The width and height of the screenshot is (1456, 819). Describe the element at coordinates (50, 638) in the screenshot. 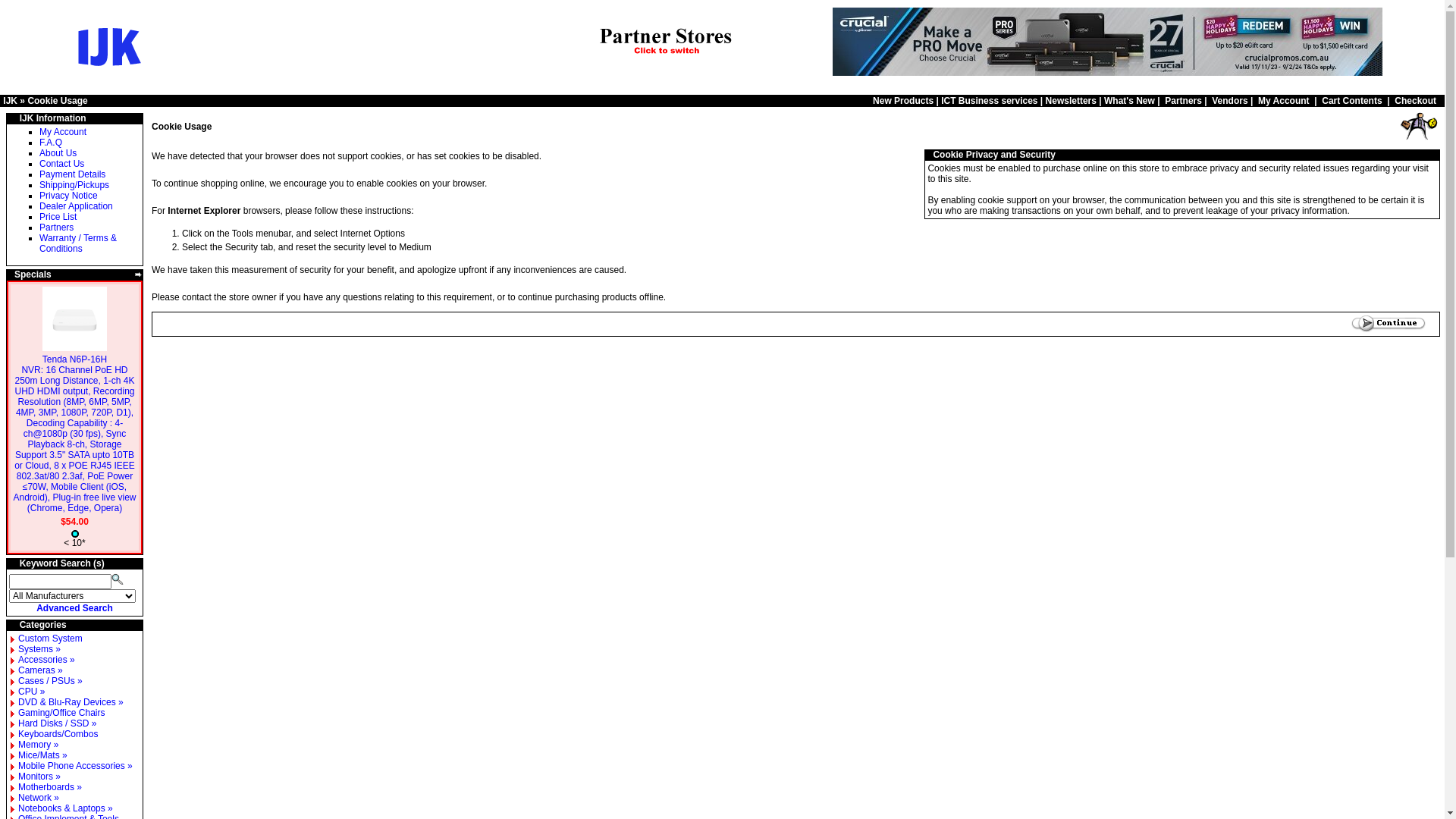

I see `'Custom System'` at that location.